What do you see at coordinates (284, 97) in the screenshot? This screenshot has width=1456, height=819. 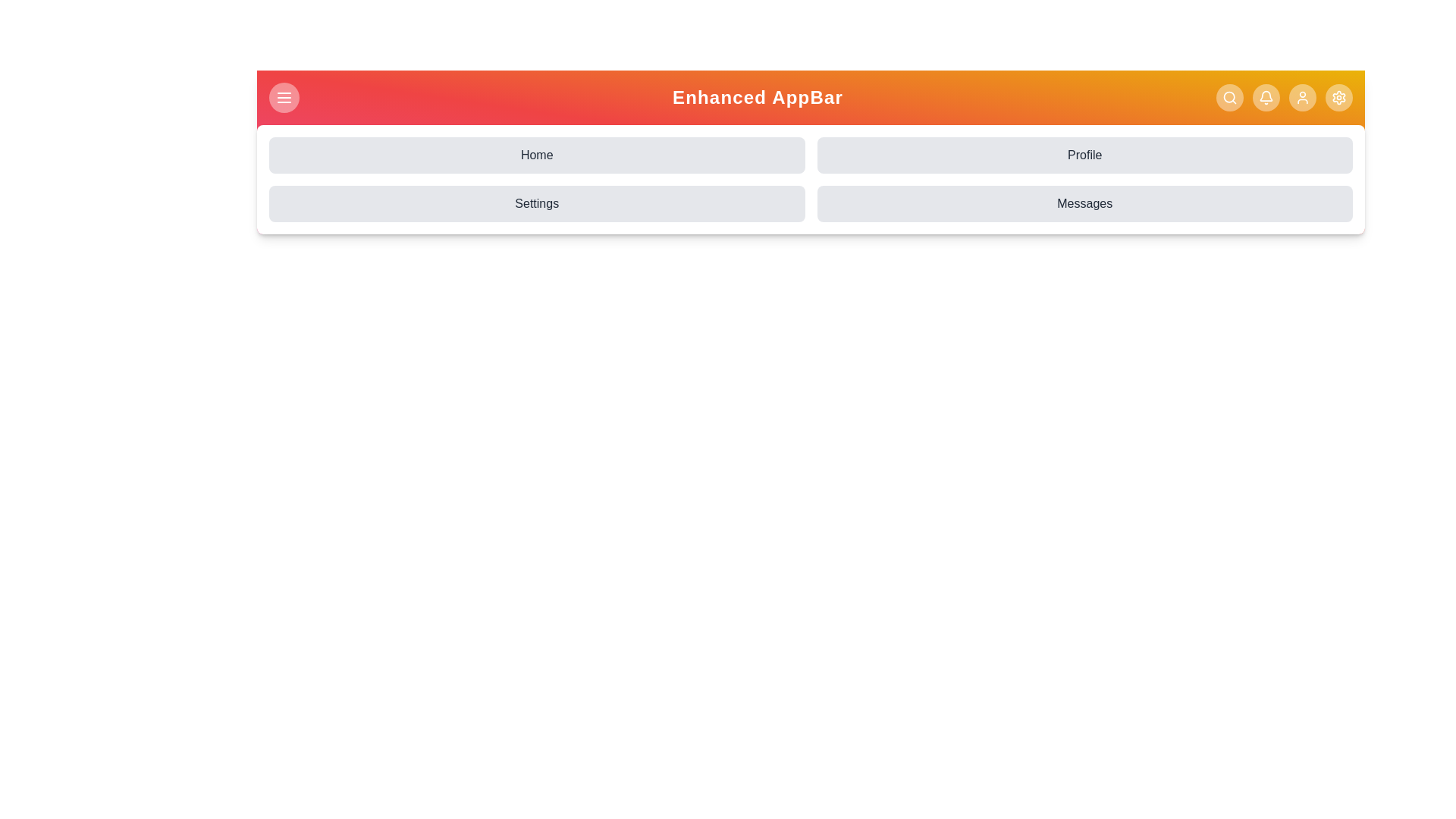 I see `the menu button to toggle the menu visibility` at bounding box center [284, 97].